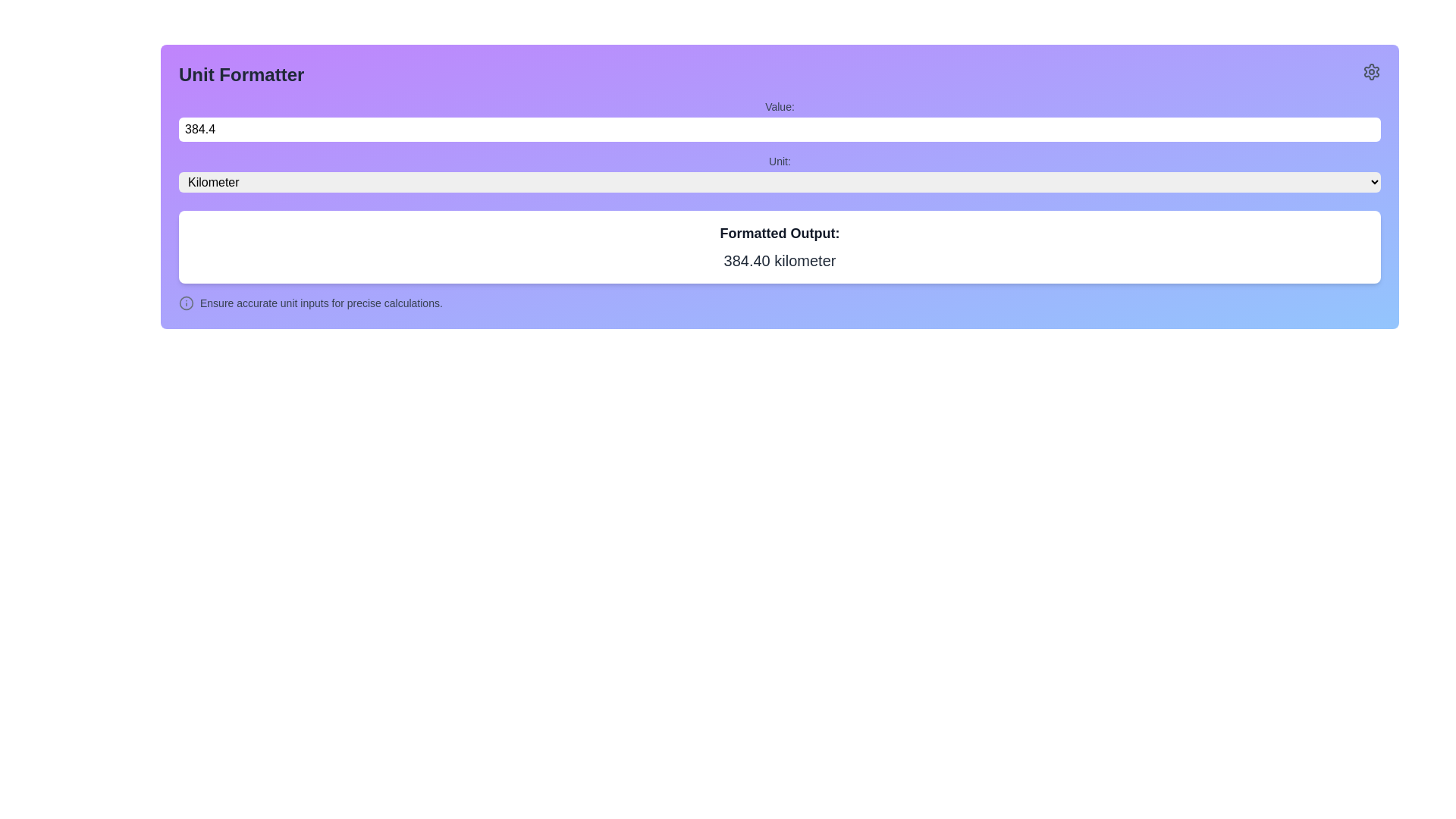 This screenshot has height=819, width=1456. Describe the element at coordinates (780, 172) in the screenshot. I see `an option from the dropdown menu located below the 'Unit:' label and above the 'Formatted Output:' section, which is styled with a rounded border and a dropdown arrow` at that location.